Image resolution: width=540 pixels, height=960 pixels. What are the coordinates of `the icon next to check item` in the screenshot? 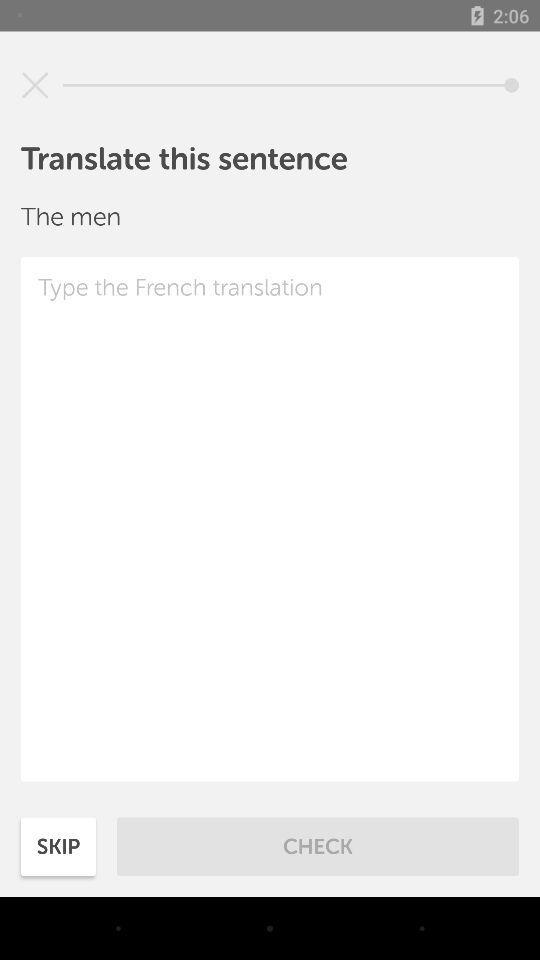 It's located at (58, 845).